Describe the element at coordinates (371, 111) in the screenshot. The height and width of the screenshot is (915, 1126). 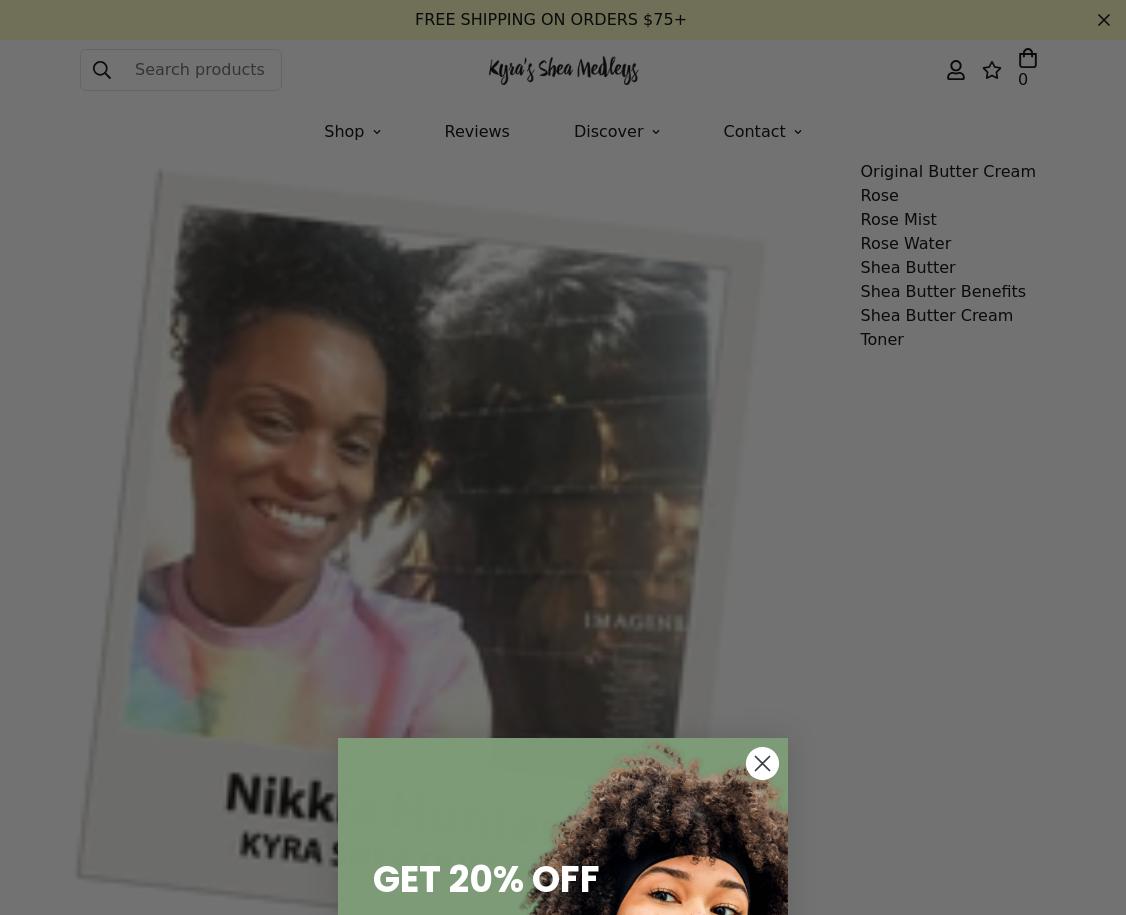
I see `'Stephanie Taylor'` at that location.